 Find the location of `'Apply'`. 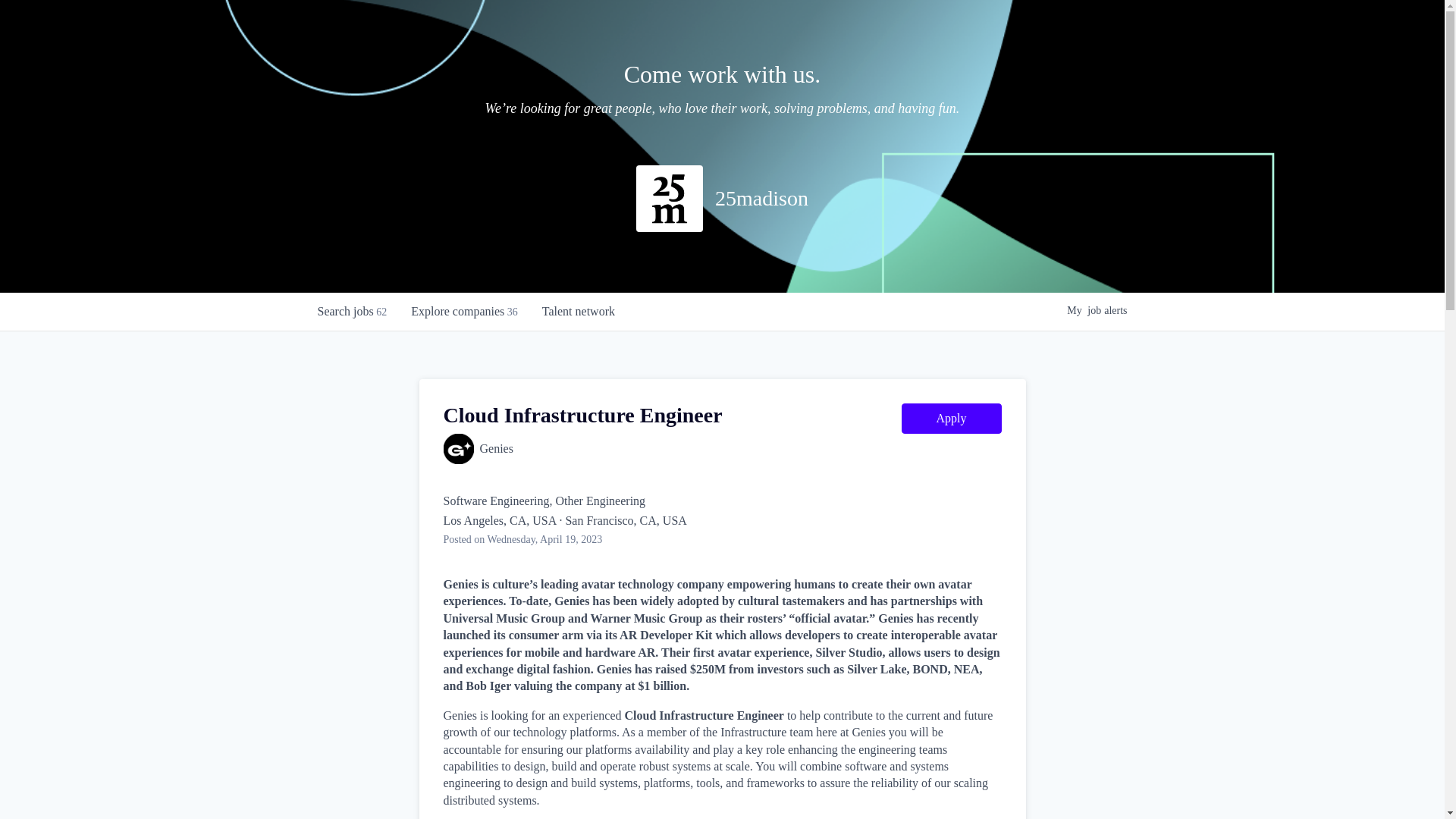

'Apply' is located at coordinates (949, 418).